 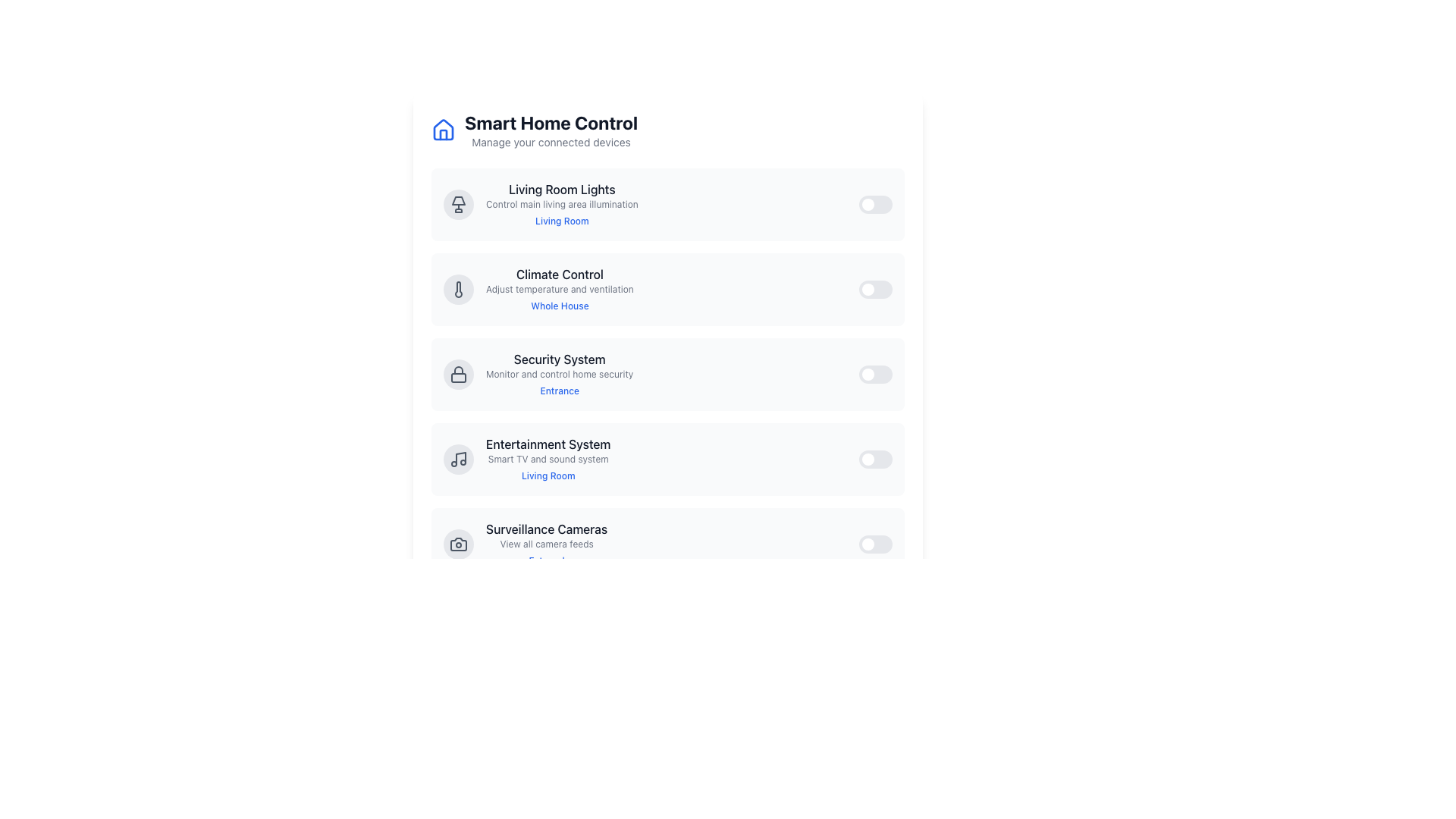 I want to click on the security icon that visually represents locking functionality, located to the left of the 'Monitor and control home security' text under 'Security System', so click(x=457, y=374).